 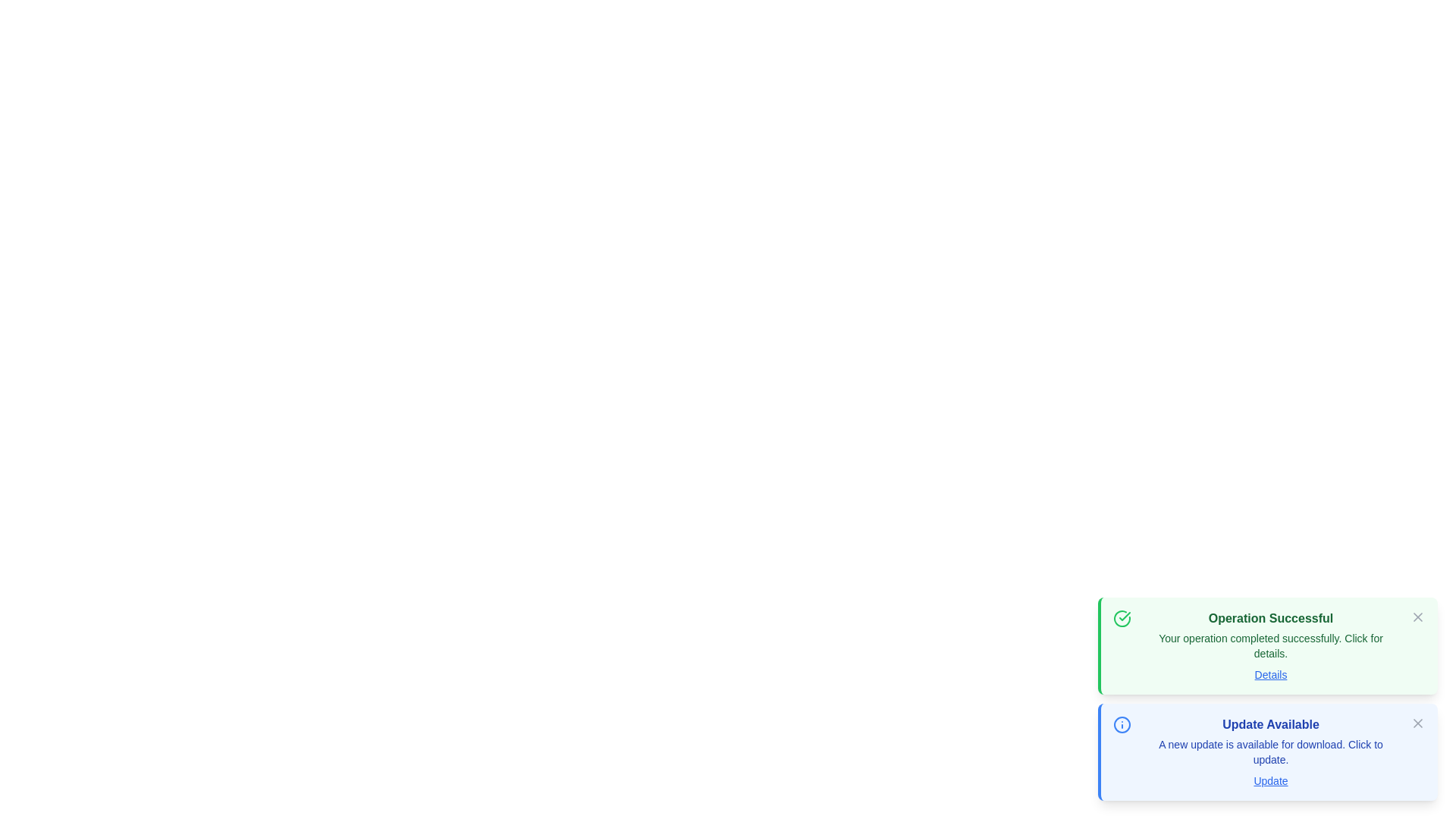 I want to click on the hyperlink located at the bottom of the green notification box, just below the text 'Your operation completed successfully. Click for details.', so click(x=1270, y=674).